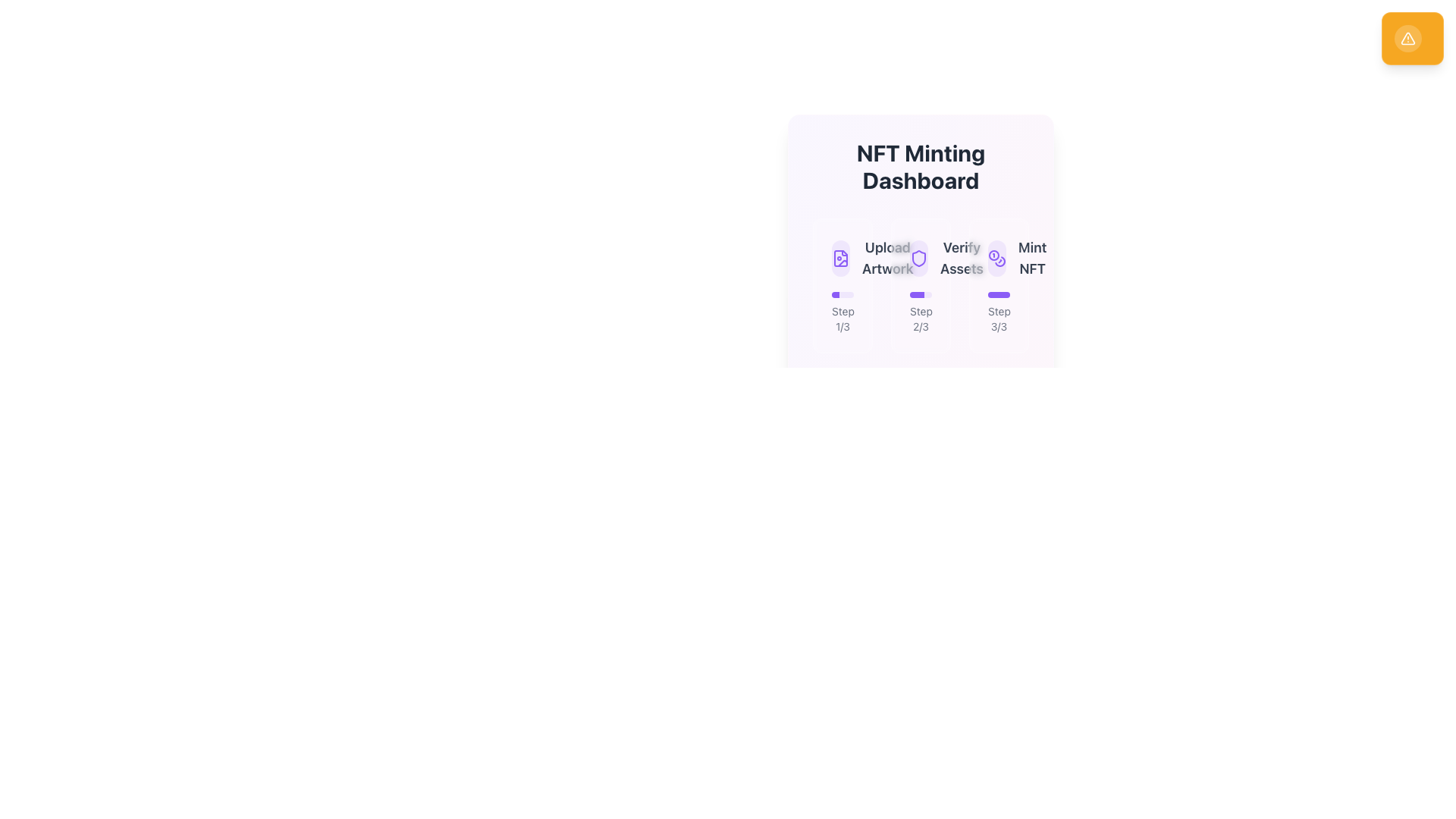  Describe the element at coordinates (999, 295) in the screenshot. I see `the progress bar indicating 'Step 3/3', which visually represents near completion of the process` at that location.